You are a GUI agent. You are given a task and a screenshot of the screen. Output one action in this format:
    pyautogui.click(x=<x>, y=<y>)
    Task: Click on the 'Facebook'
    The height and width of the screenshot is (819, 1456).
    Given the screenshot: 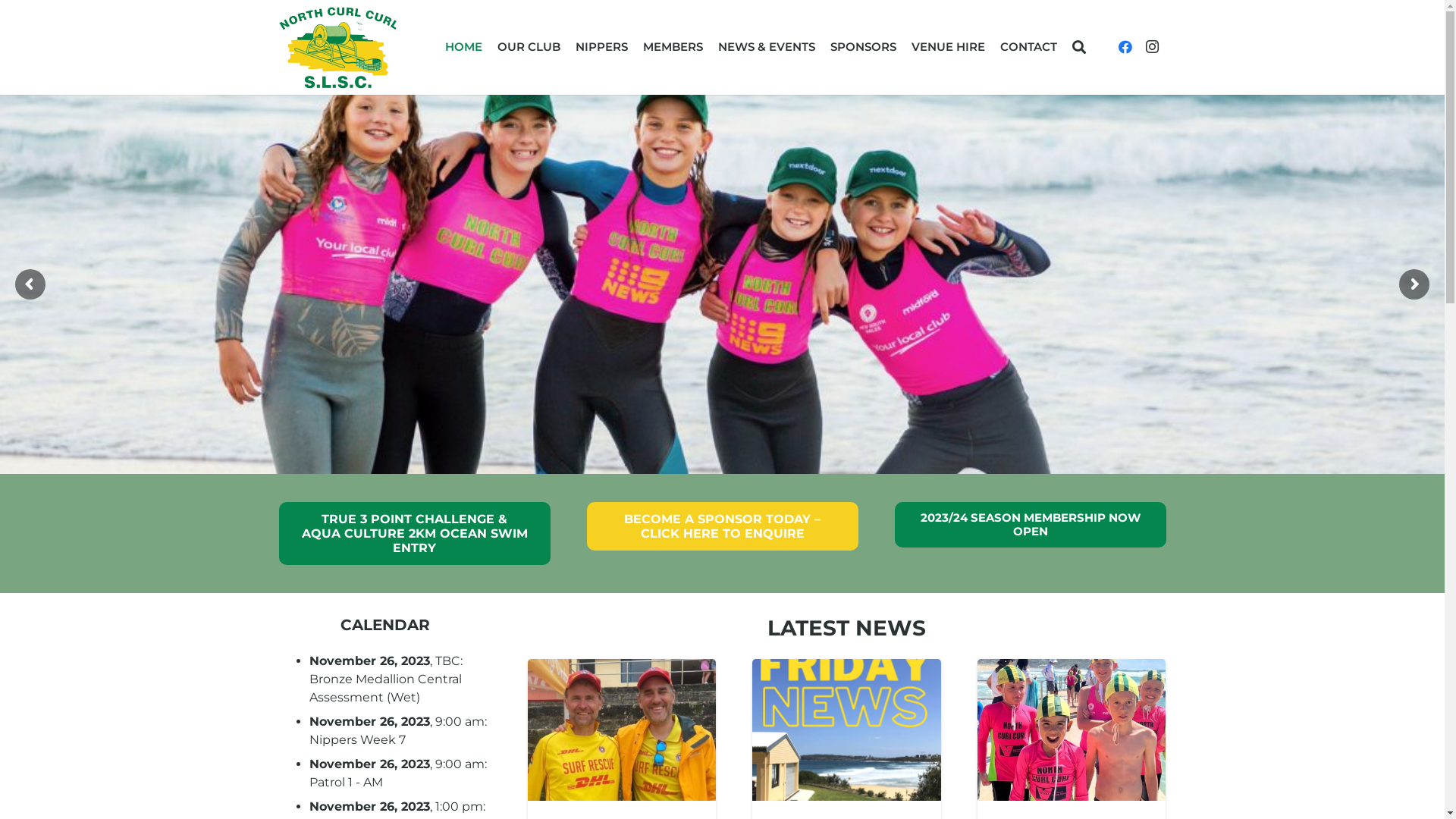 What is the action you would take?
    pyautogui.click(x=1125, y=45)
    